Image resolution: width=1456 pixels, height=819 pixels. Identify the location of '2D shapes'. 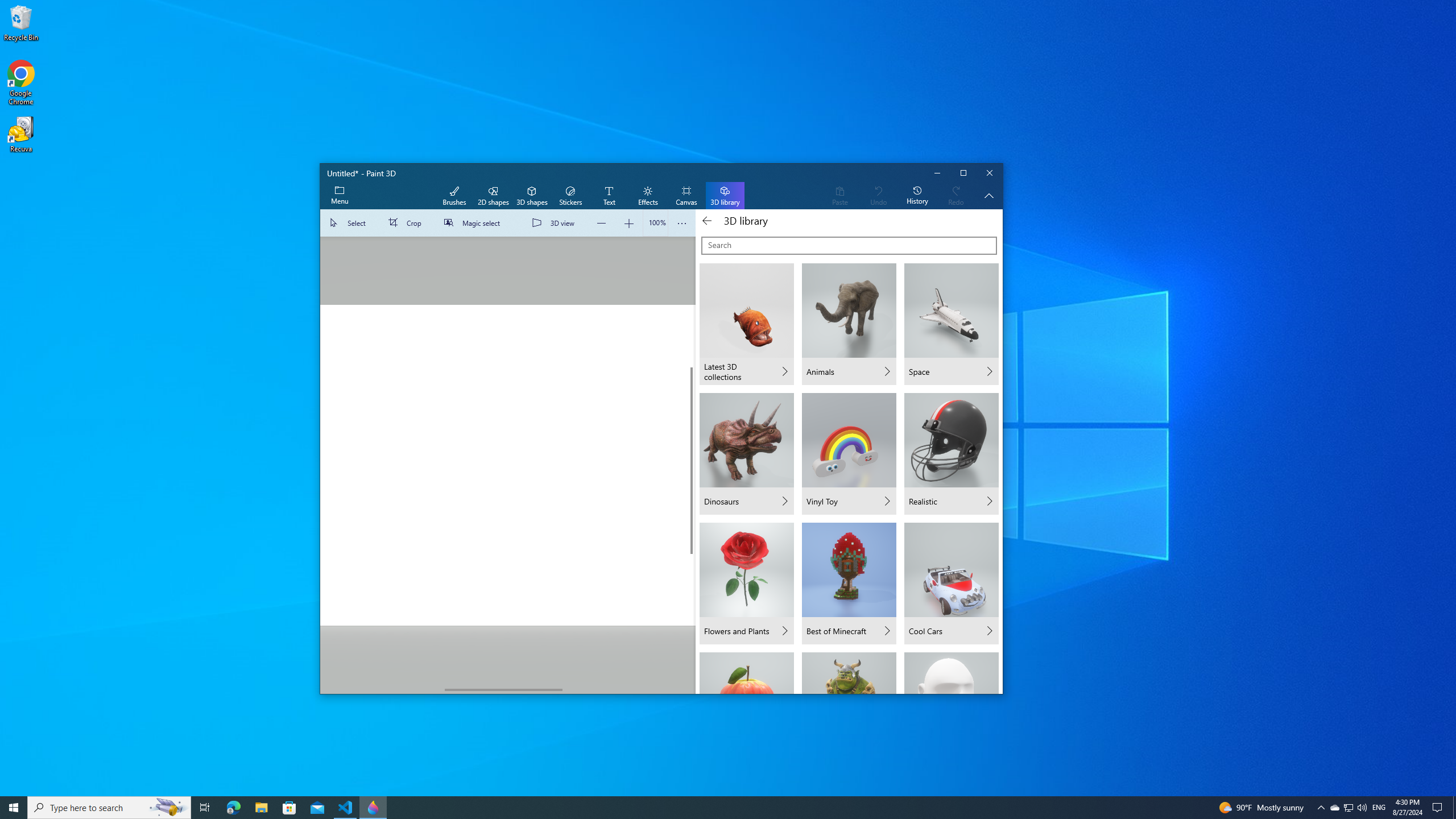
(492, 196).